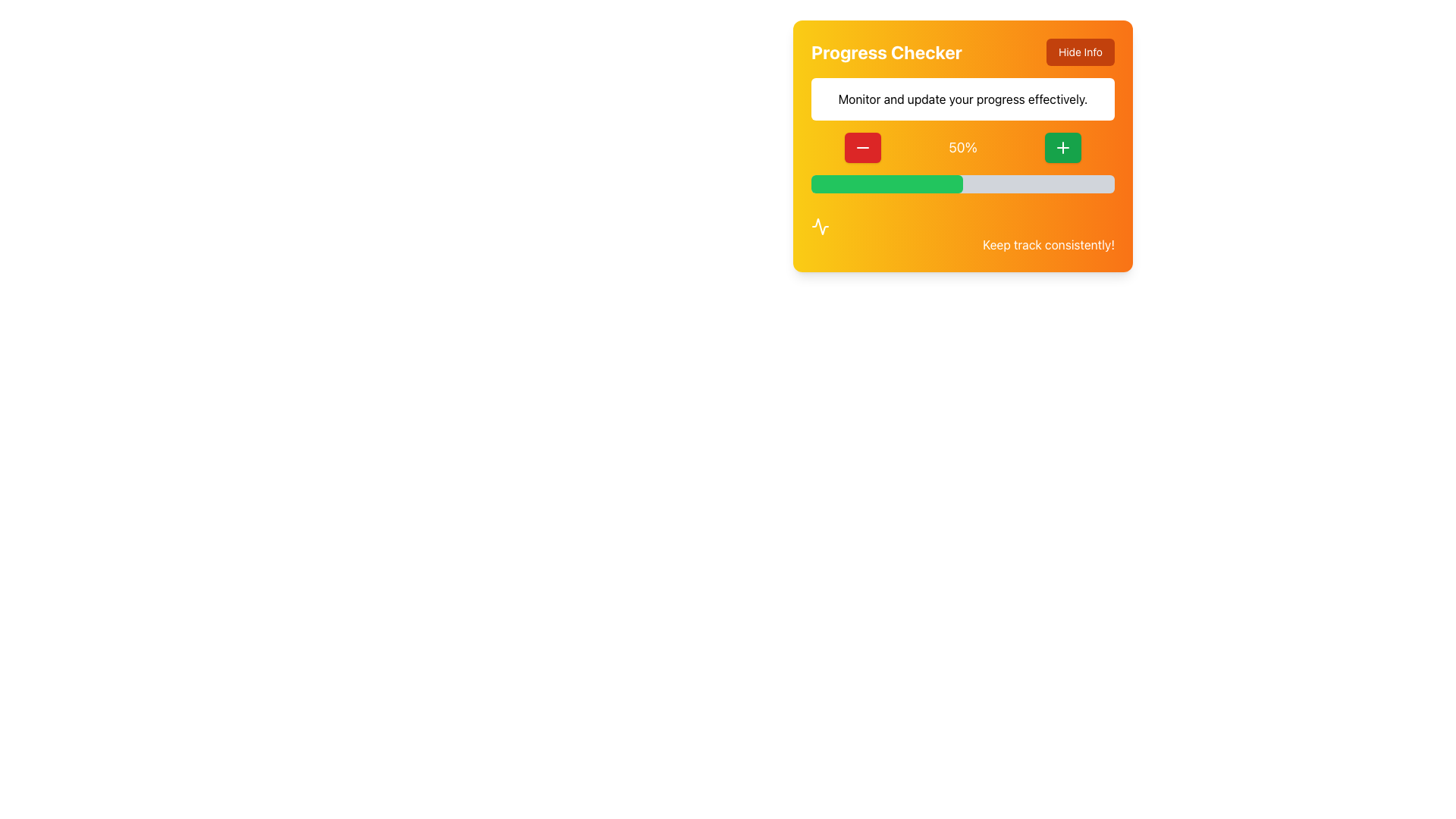  Describe the element at coordinates (1062, 148) in the screenshot. I see `the green rectangular button with rounded corners that contains a white plus symbol, located on the right side of the horizontal layout` at that location.